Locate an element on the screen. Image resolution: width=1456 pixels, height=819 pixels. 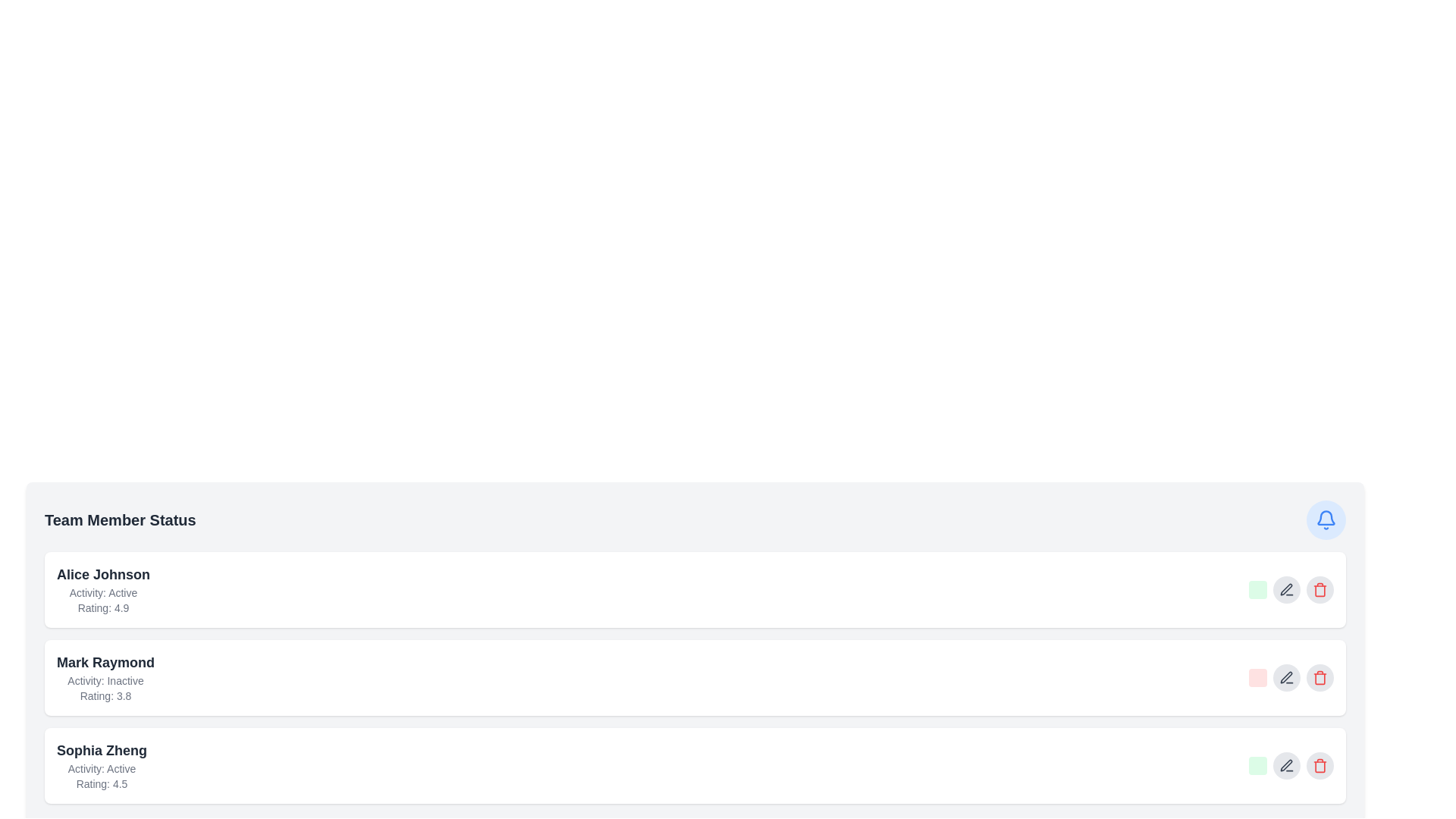
the dark gray stylized pen icon located in the second row of the 'Team Member Status' section for accessibility navigation is located at coordinates (1285, 588).